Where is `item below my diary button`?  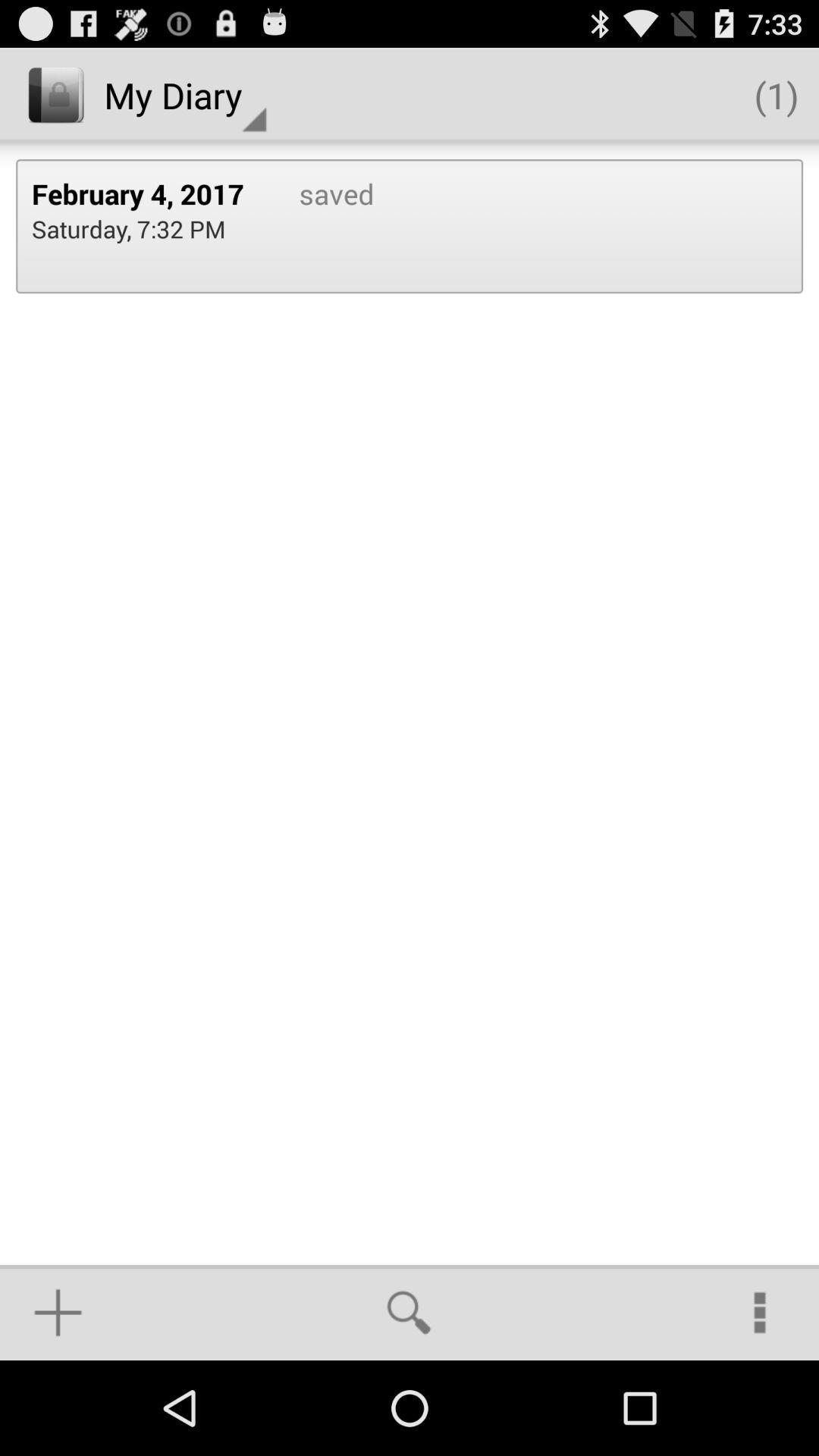
item below my diary button is located at coordinates (320, 225).